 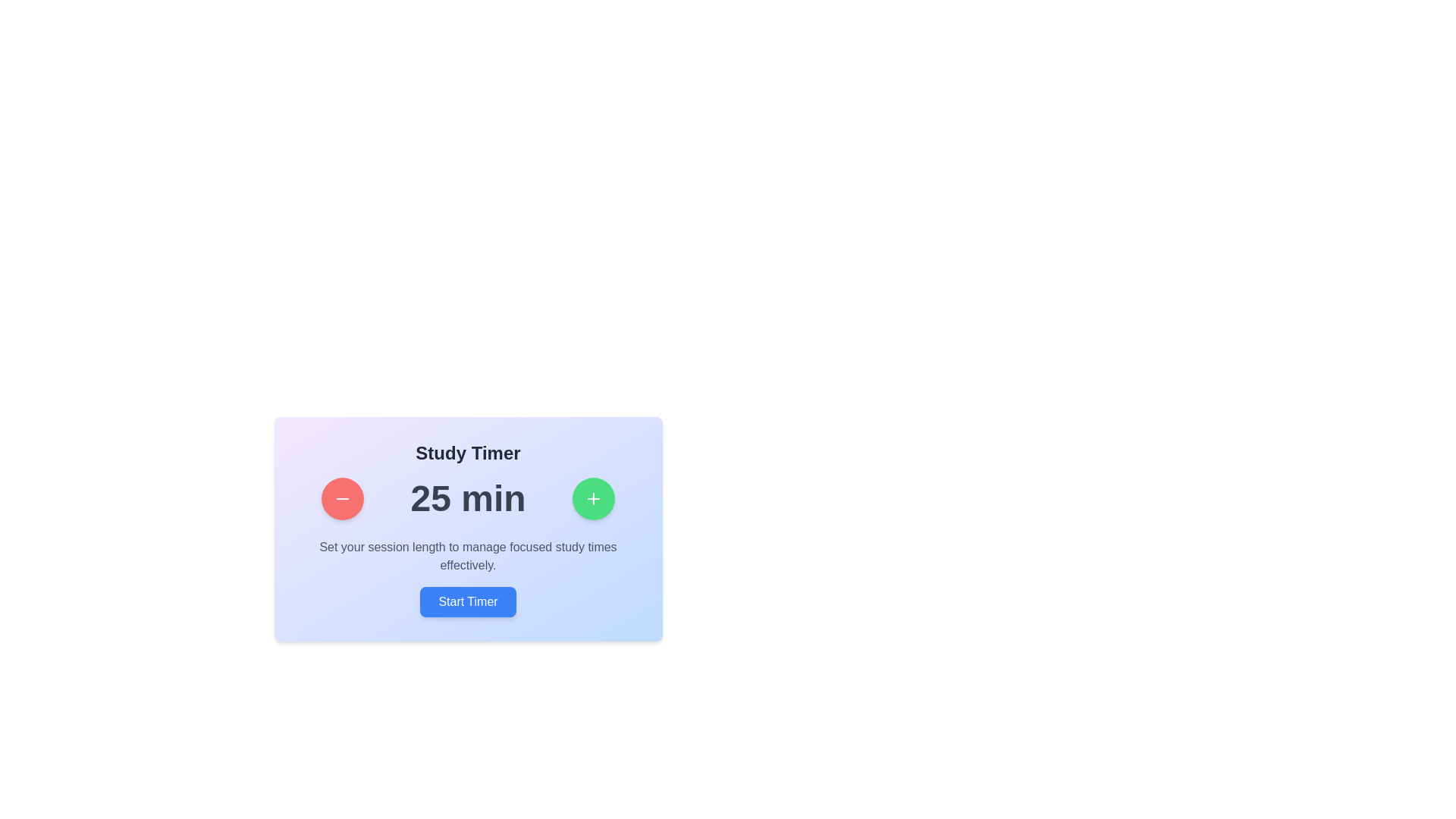 What do you see at coordinates (592, 499) in the screenshot?
I see `the increment button located to the right of the '25 min' text and the red decrement button to increase the timer value` at bounding box center [592, 499].